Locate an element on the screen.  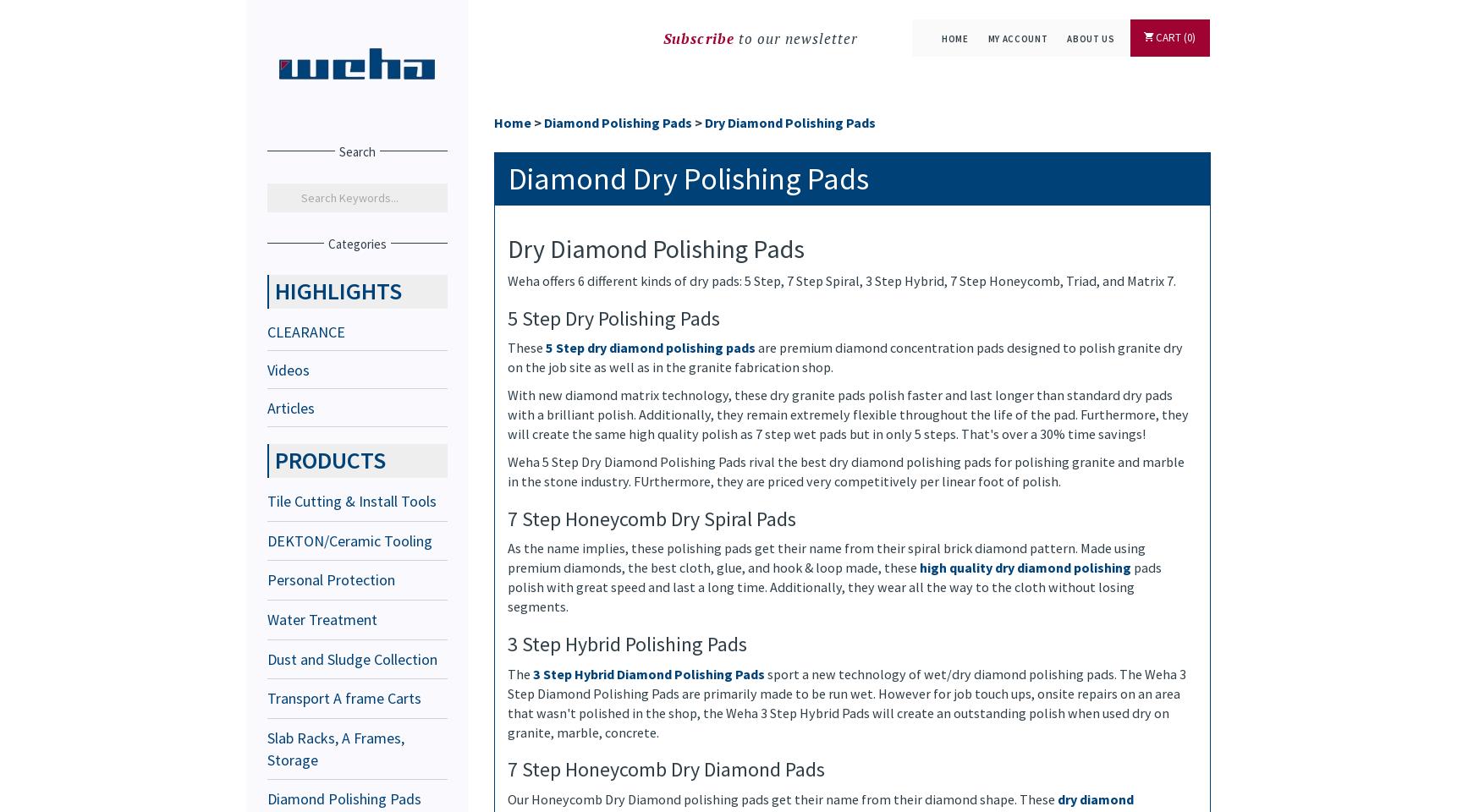
'7 Step Honeycomb Dry Diamond Pads' is located at coordinates (665, 769).